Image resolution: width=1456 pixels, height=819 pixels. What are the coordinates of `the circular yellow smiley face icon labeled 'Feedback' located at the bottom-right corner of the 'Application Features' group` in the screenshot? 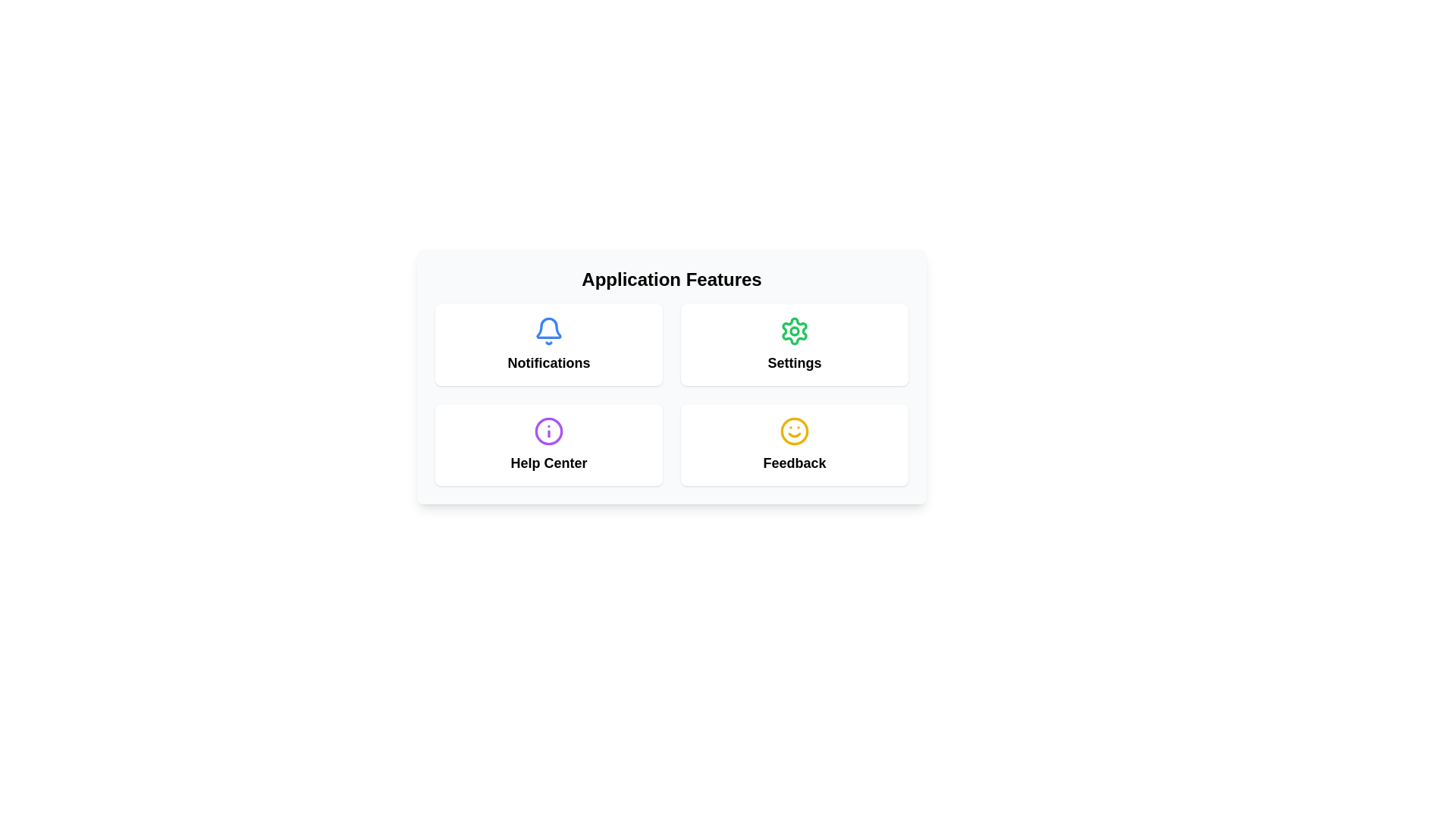 It's located at (793, 444).